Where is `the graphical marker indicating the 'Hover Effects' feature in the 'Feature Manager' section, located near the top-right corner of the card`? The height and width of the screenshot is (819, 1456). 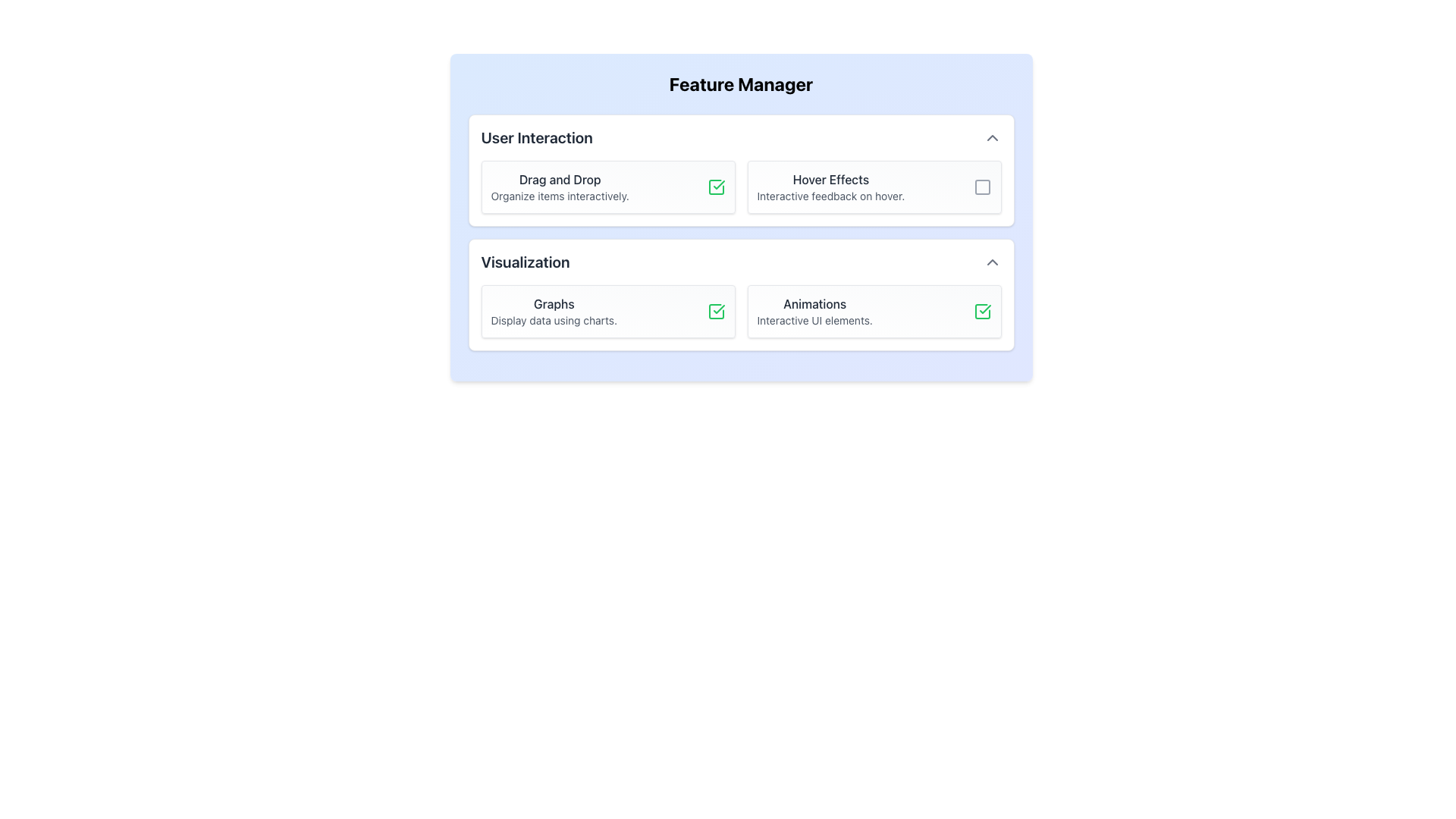 the graphical marker indicating the 'Hover Effects' feature in the 'Feature Manager' section, located near the top-right corner of the card is located at coordinates (982, 186).